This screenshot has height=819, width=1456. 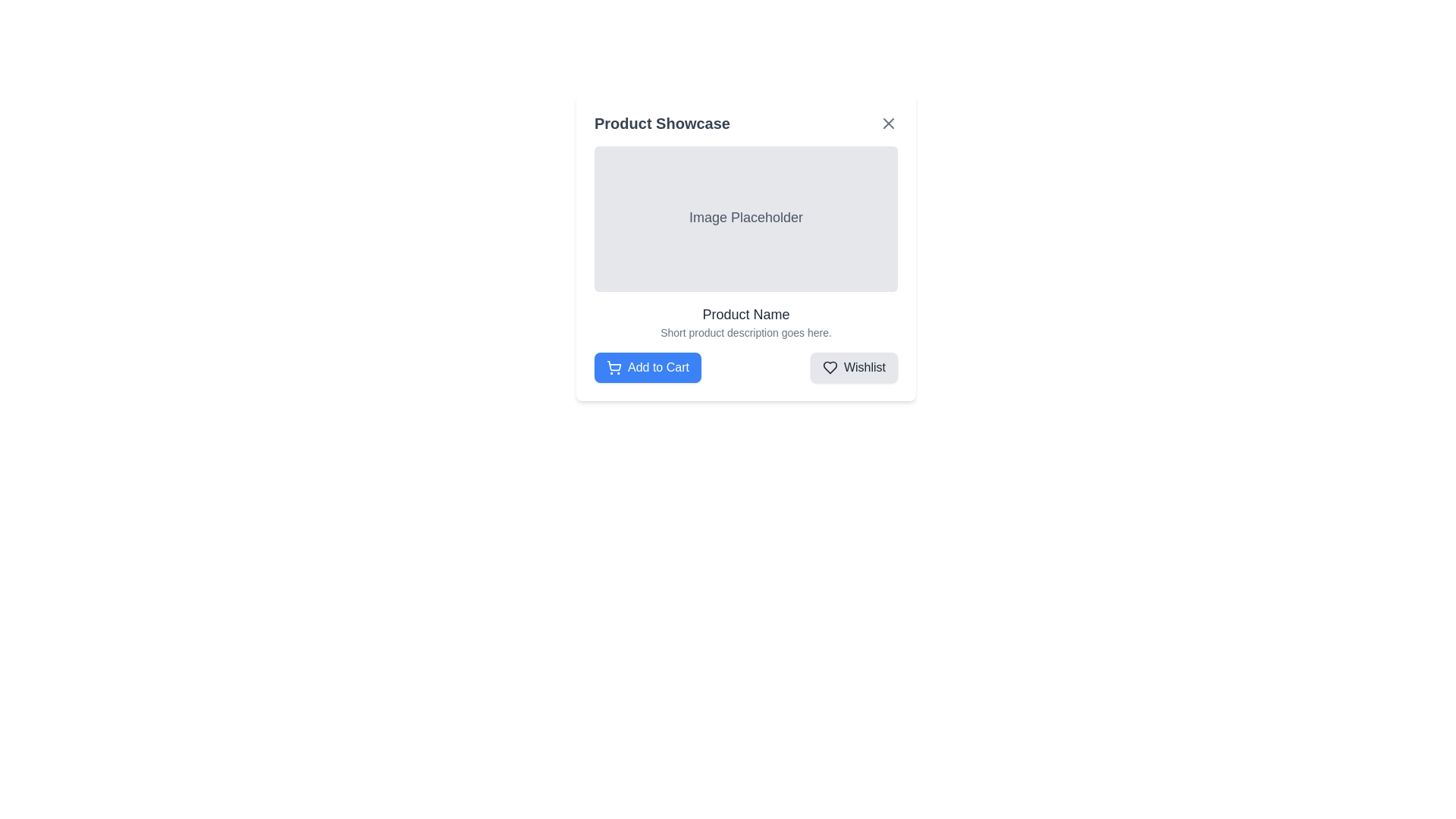 I want to click on the 'Add to Cart' button, which features a shopping cart SVG icon on the left and is visually distinct with a blue rectangle and white text, so click(x=614, y=368).